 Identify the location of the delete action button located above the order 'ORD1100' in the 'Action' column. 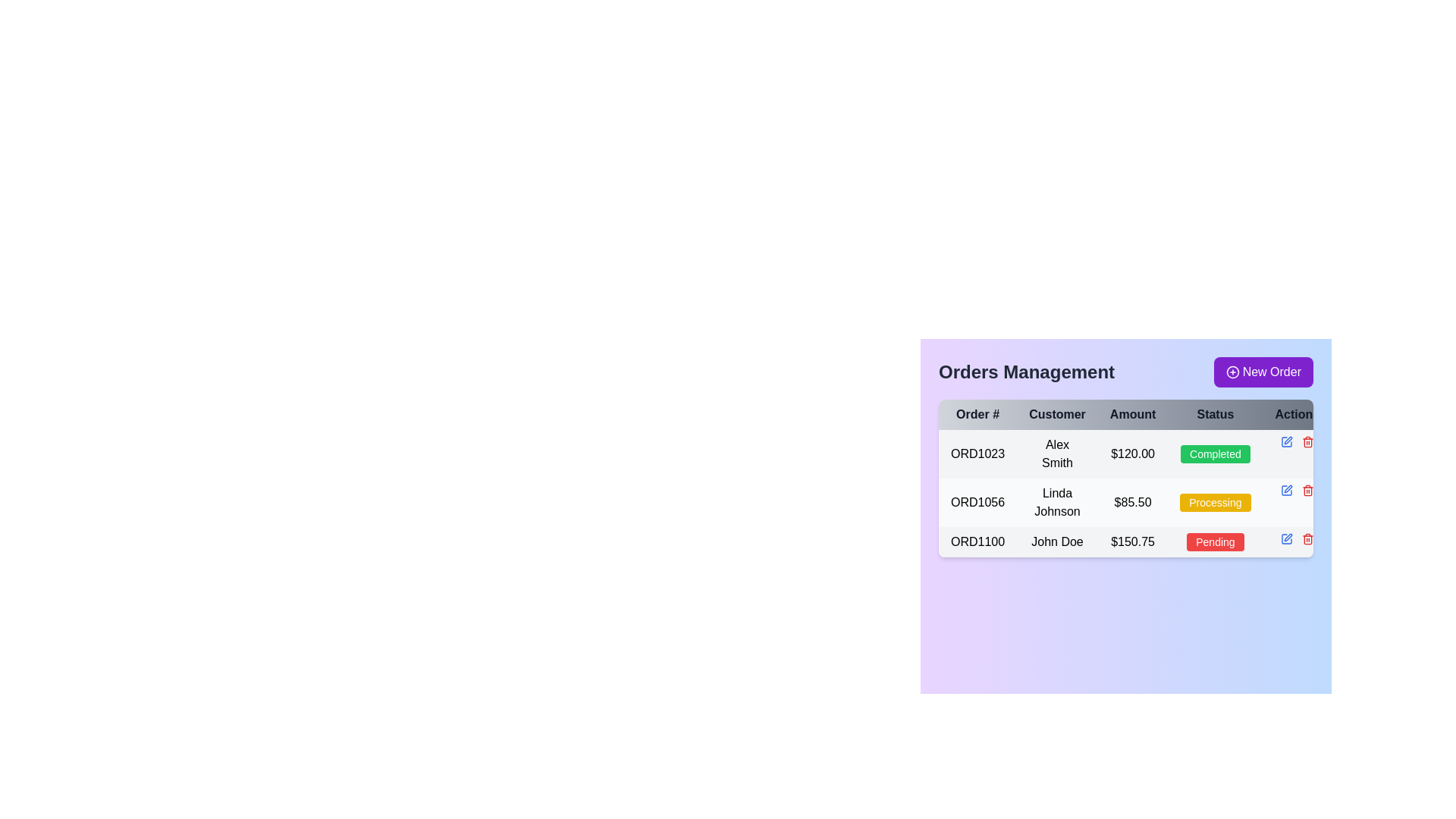
(1307, 441).